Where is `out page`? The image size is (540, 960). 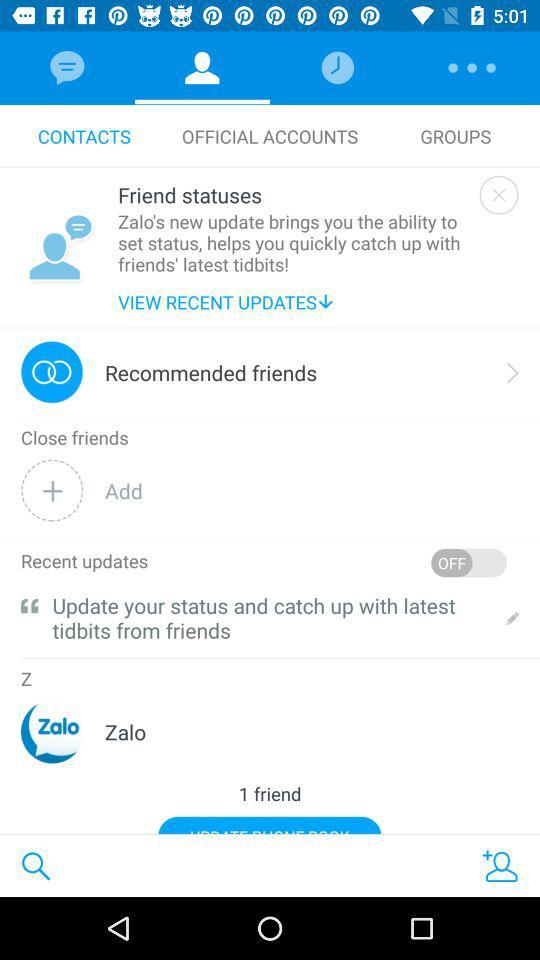
out page is located at coordinates (498, 195).